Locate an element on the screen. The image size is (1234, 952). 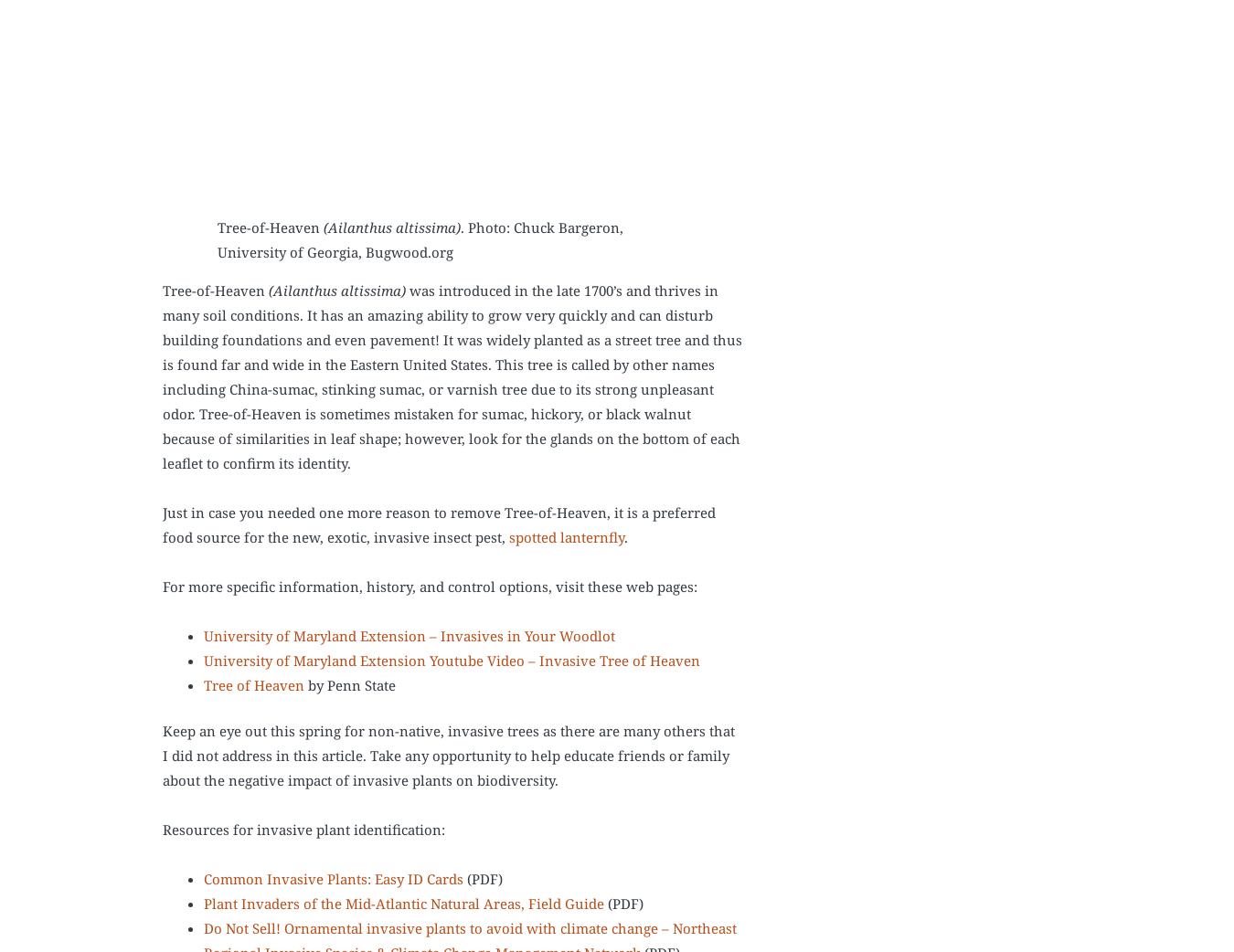
'Keep an eye out this spring for non-native, invasive trees as there are many others that I did not address in this article. Take any opportunity to help educate friends or family about the negative impact of invasive plants on biodiversity.' is located at coordinates (447, 756).